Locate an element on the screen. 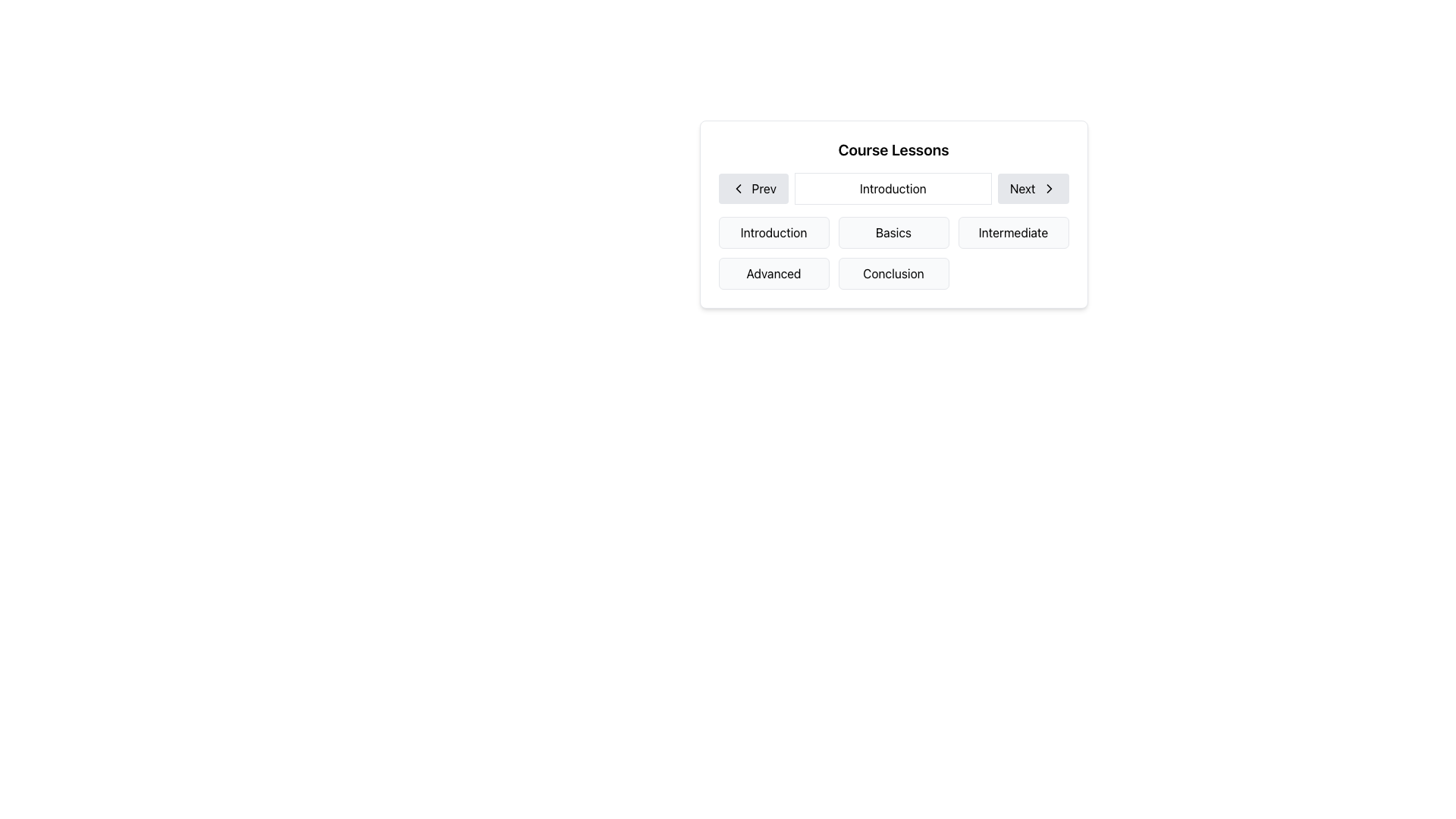 The width and height of the screenshot is (1456, 819). the 'Previous' text label within the navigation bar is located at coordinates (764, 188).